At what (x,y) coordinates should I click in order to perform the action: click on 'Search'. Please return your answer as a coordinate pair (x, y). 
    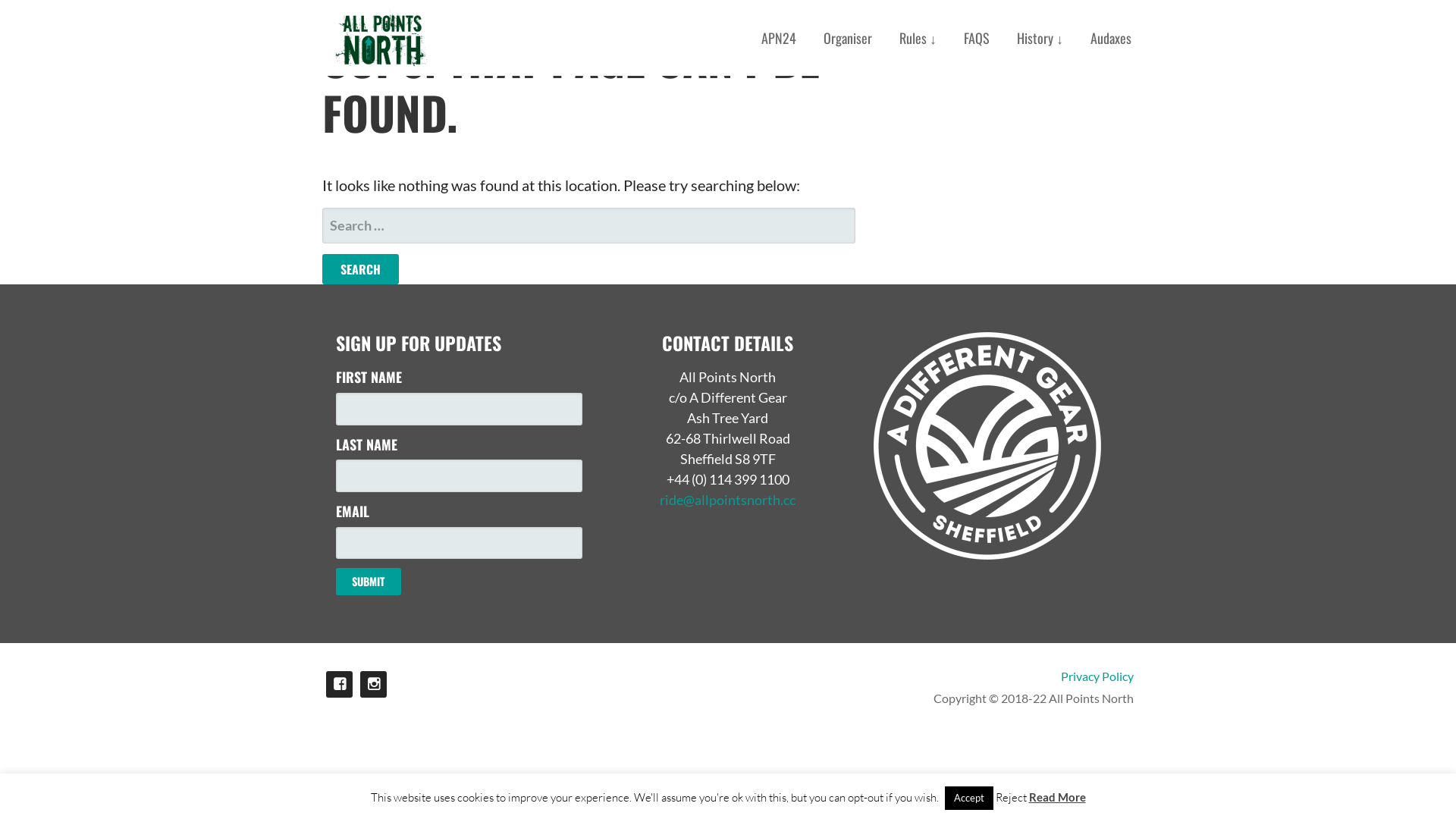
    Looking at the image, I should click on (322, 268).